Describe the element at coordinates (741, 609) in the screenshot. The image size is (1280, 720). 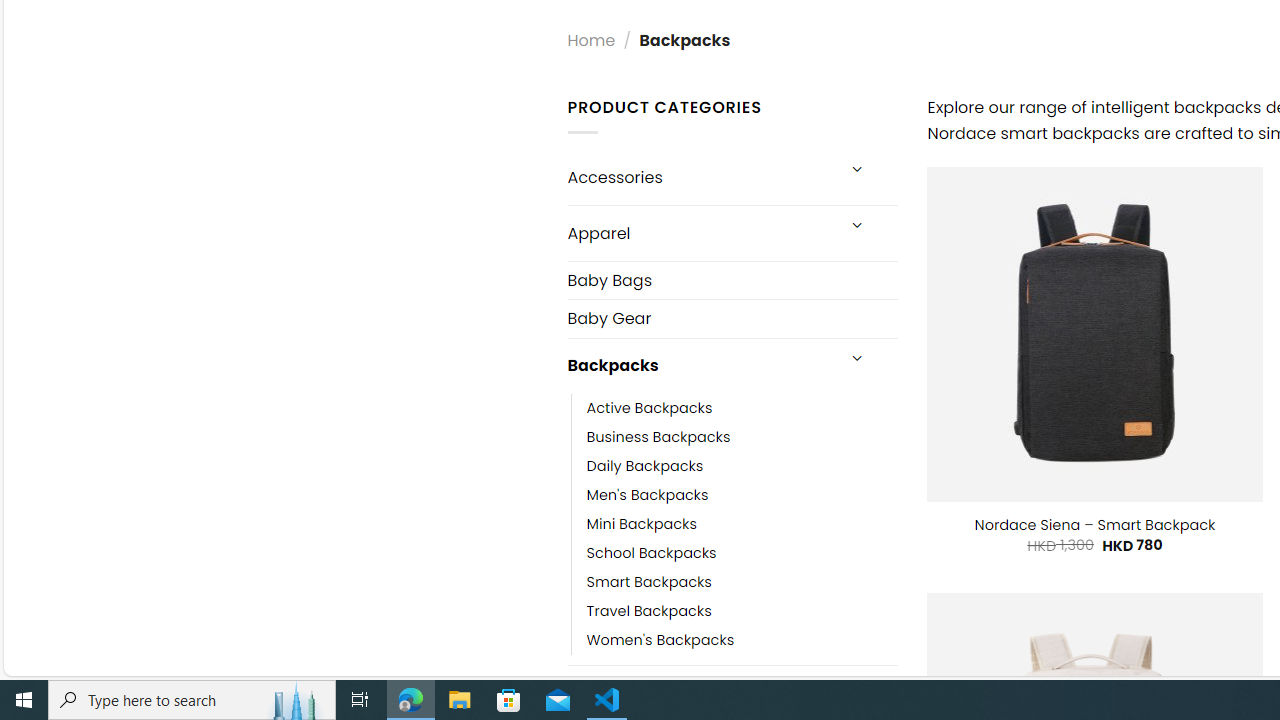
I see `'Travel Backpacks'` at that location.